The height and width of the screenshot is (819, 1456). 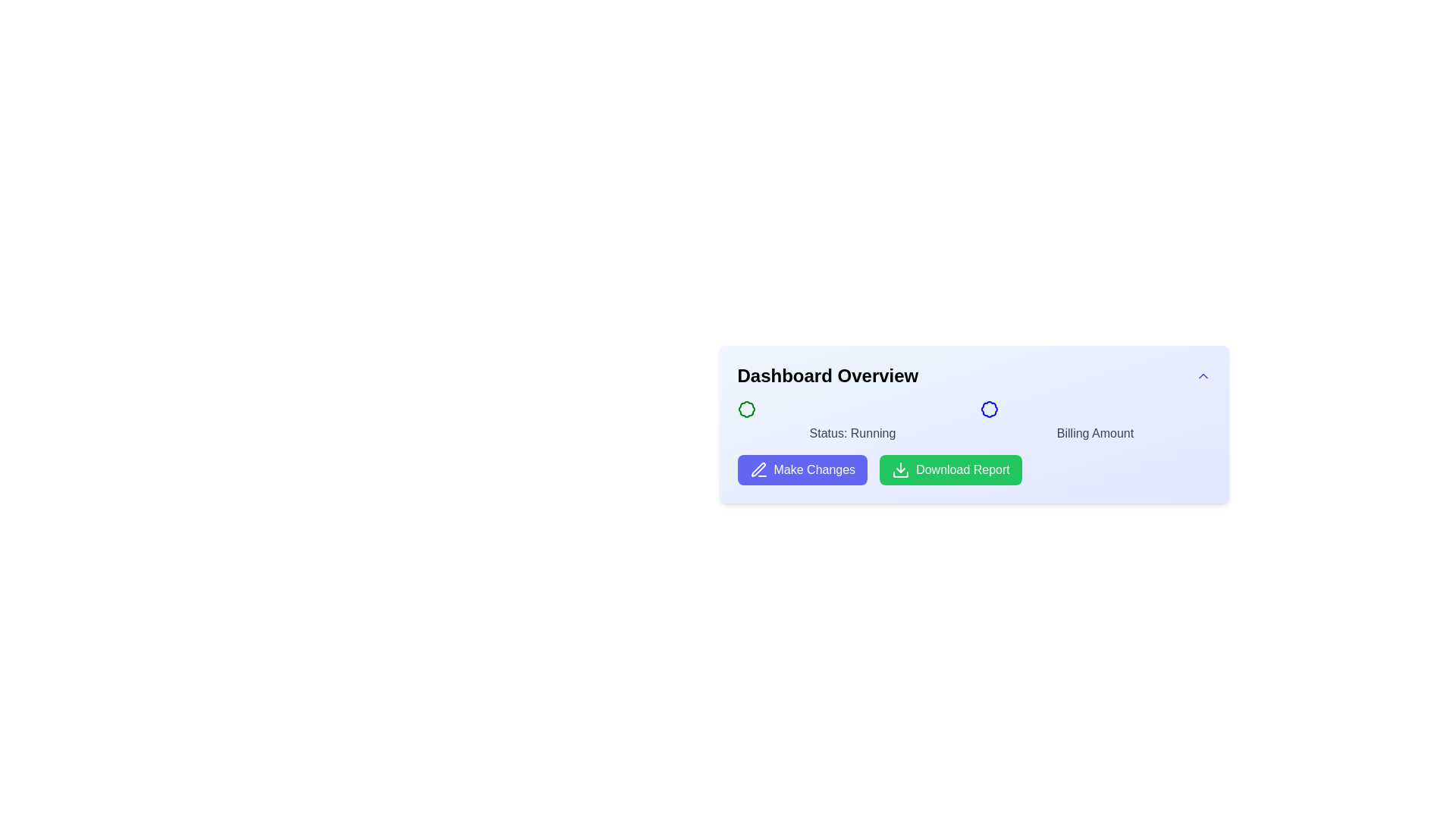 What do you see at coordinates (746, 409) in the screenshot?
I see `the circular badge with a green outline and white center located in the 'Dashboard Overview' section, adjacent to the text 'Status: Running'` at bounding box center [746, 409].